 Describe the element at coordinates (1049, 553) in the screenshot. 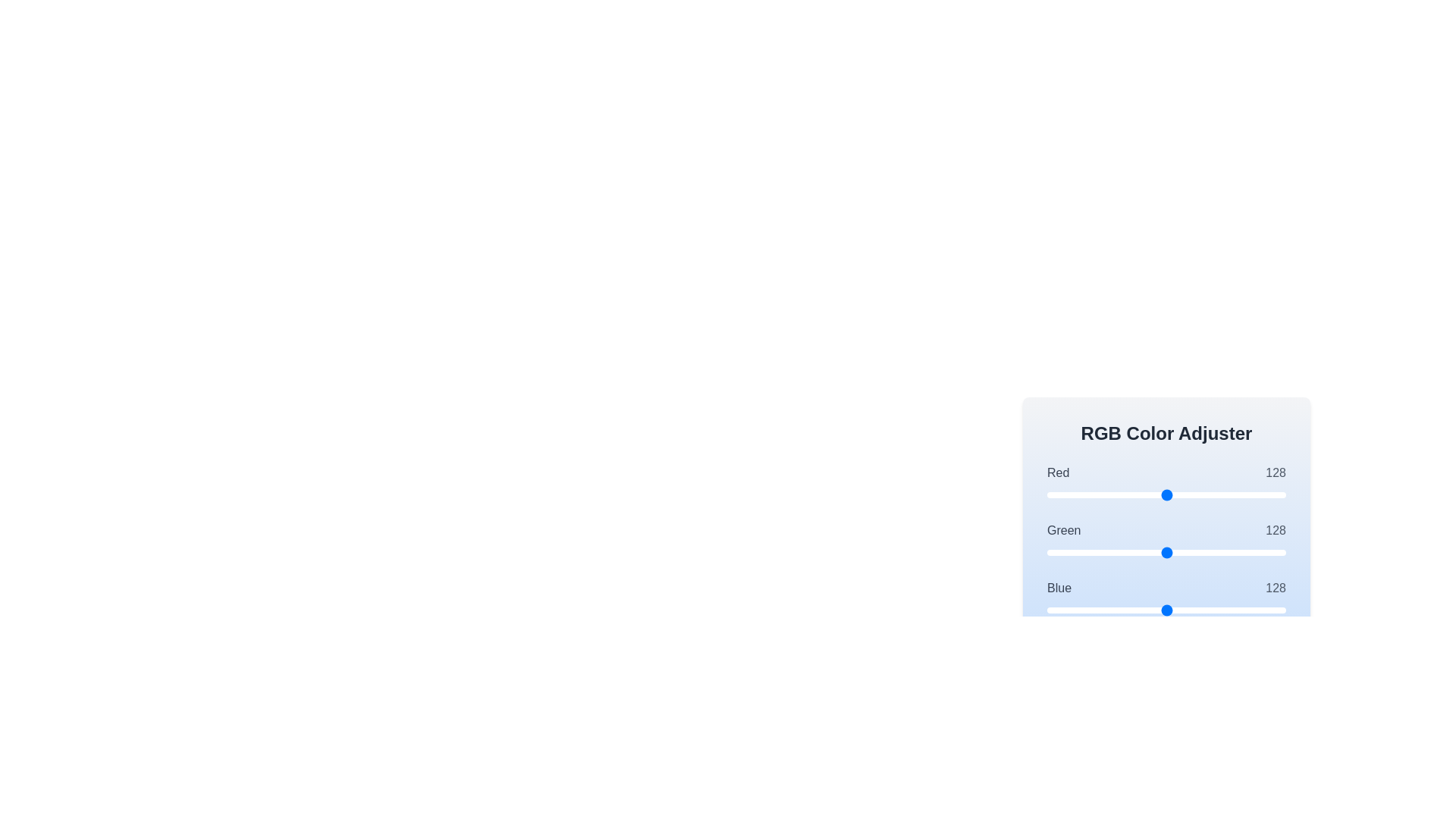

I see `the green slider to 3 where value is between 0 and 255` at that location.